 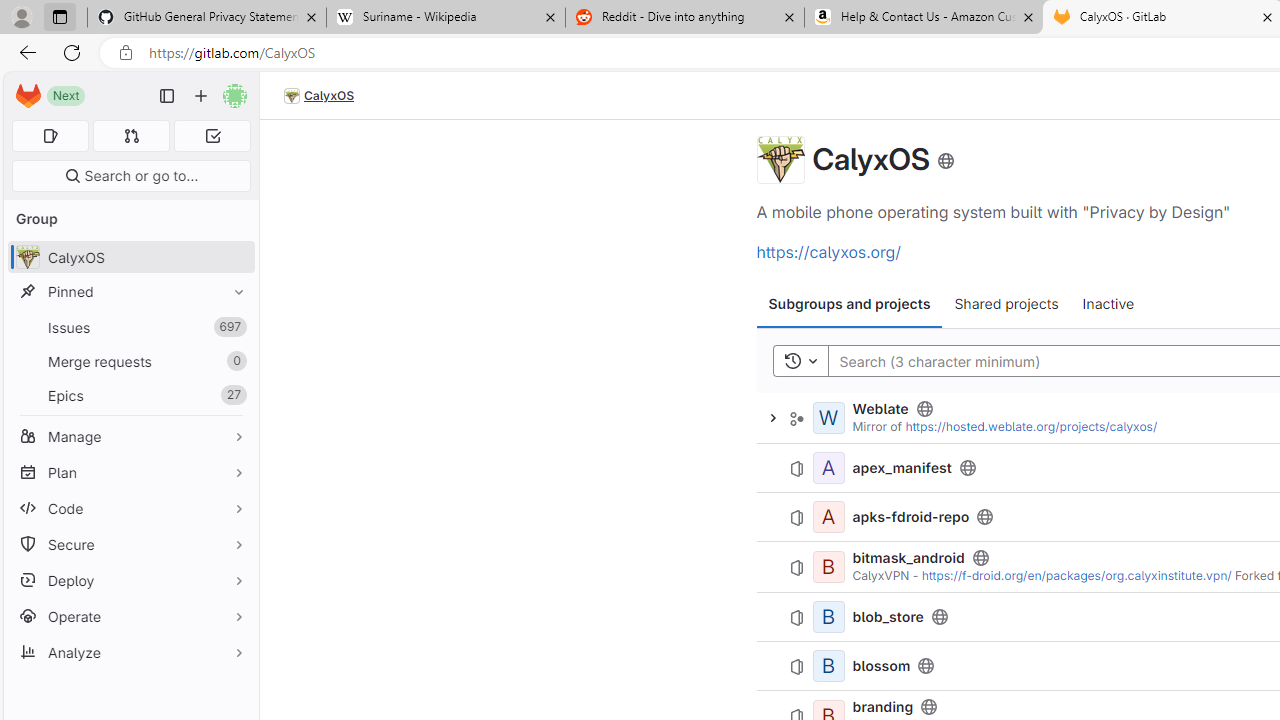 I want to click on 'Unpin Merge requests', so click(x=234, y=361).